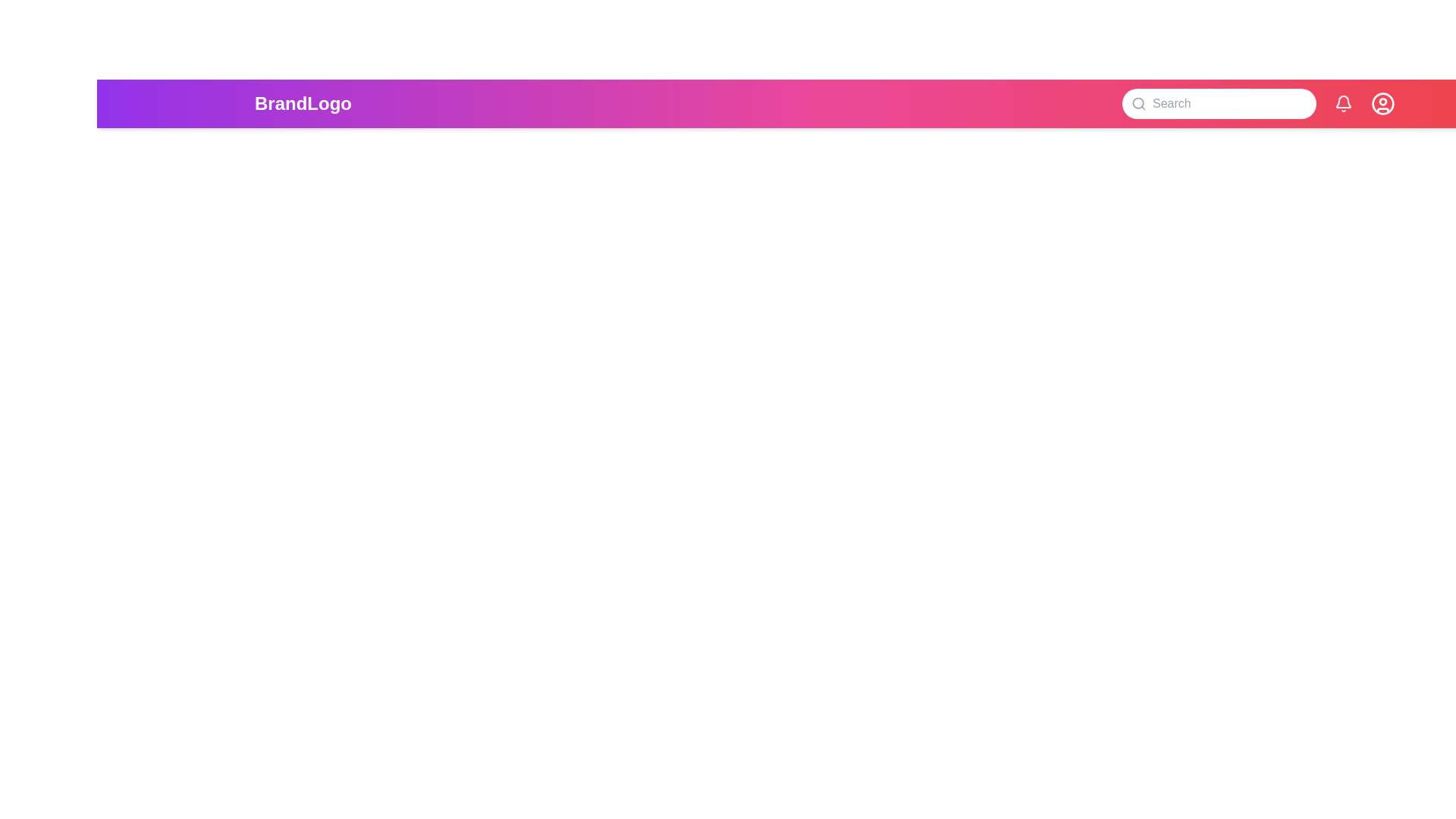 The image size is (1456, 819). Describe the element at coordinates (303, 103) in the screenshot. I see `the brand's logo located in the top-left corner of the header section to redirect to the homepage` at that location.